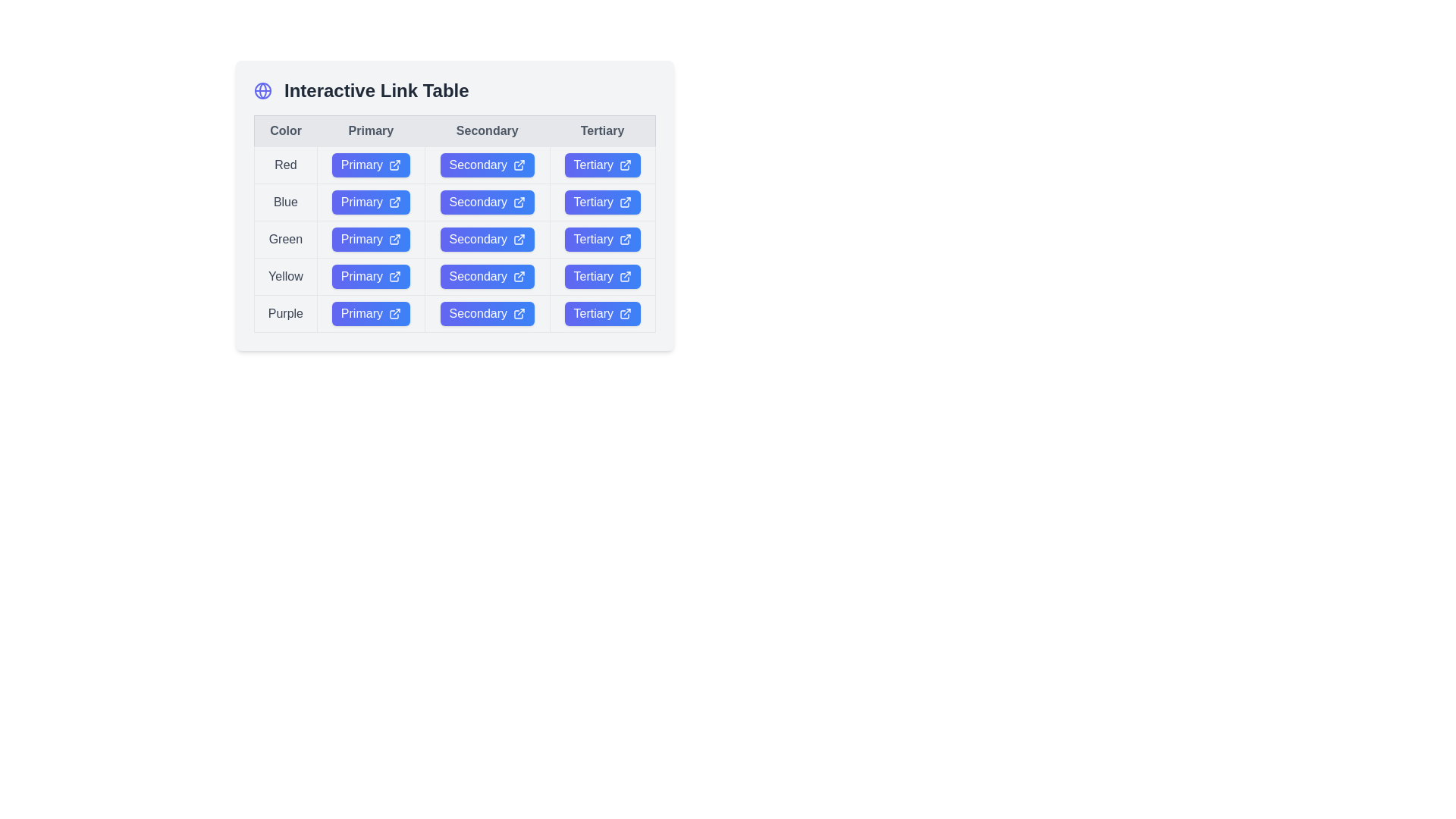 The width and height of the screenshot is (1456, 819). Describe the element at coordinates (519, 239) in the screenshot. I see `the graphical segment of the external link icon associated with the 'Secondary' link in the 'Green' row of the table, located in the third column of the third row` at that location.